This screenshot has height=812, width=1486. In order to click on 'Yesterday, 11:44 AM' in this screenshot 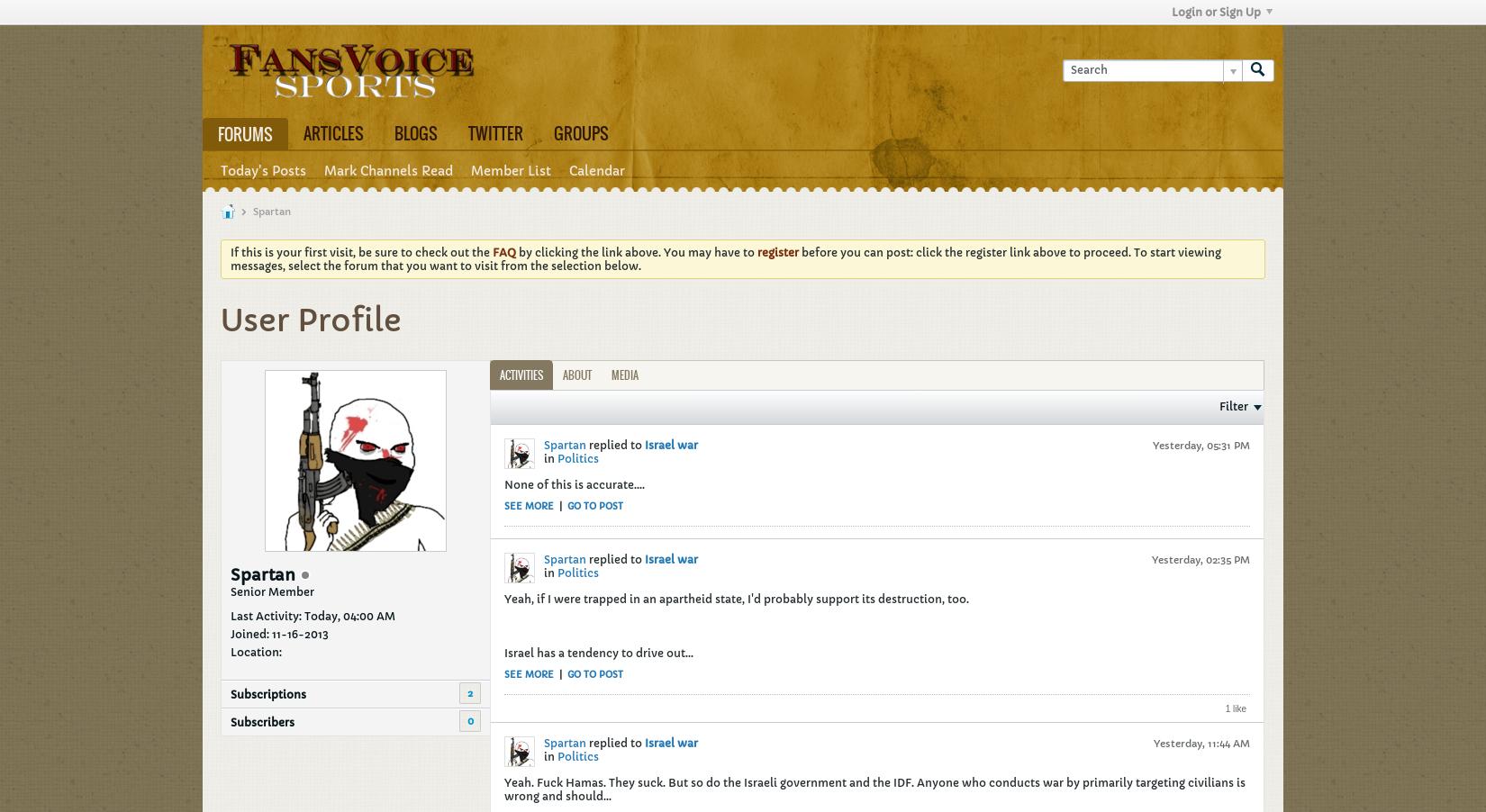, I will do `click(1201, 741)`.